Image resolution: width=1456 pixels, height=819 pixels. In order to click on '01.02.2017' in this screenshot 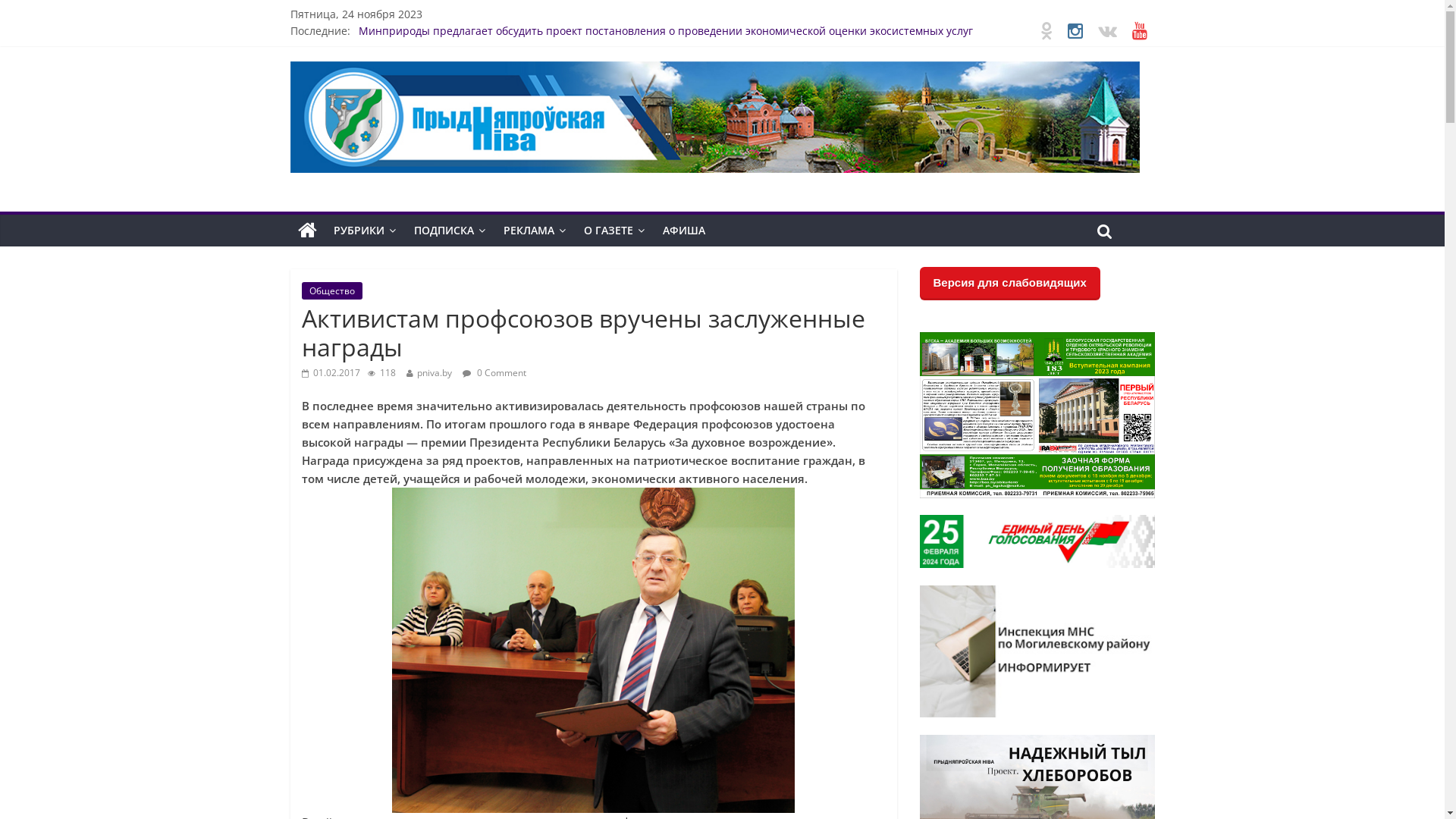, I will do `click(330, 372)`.